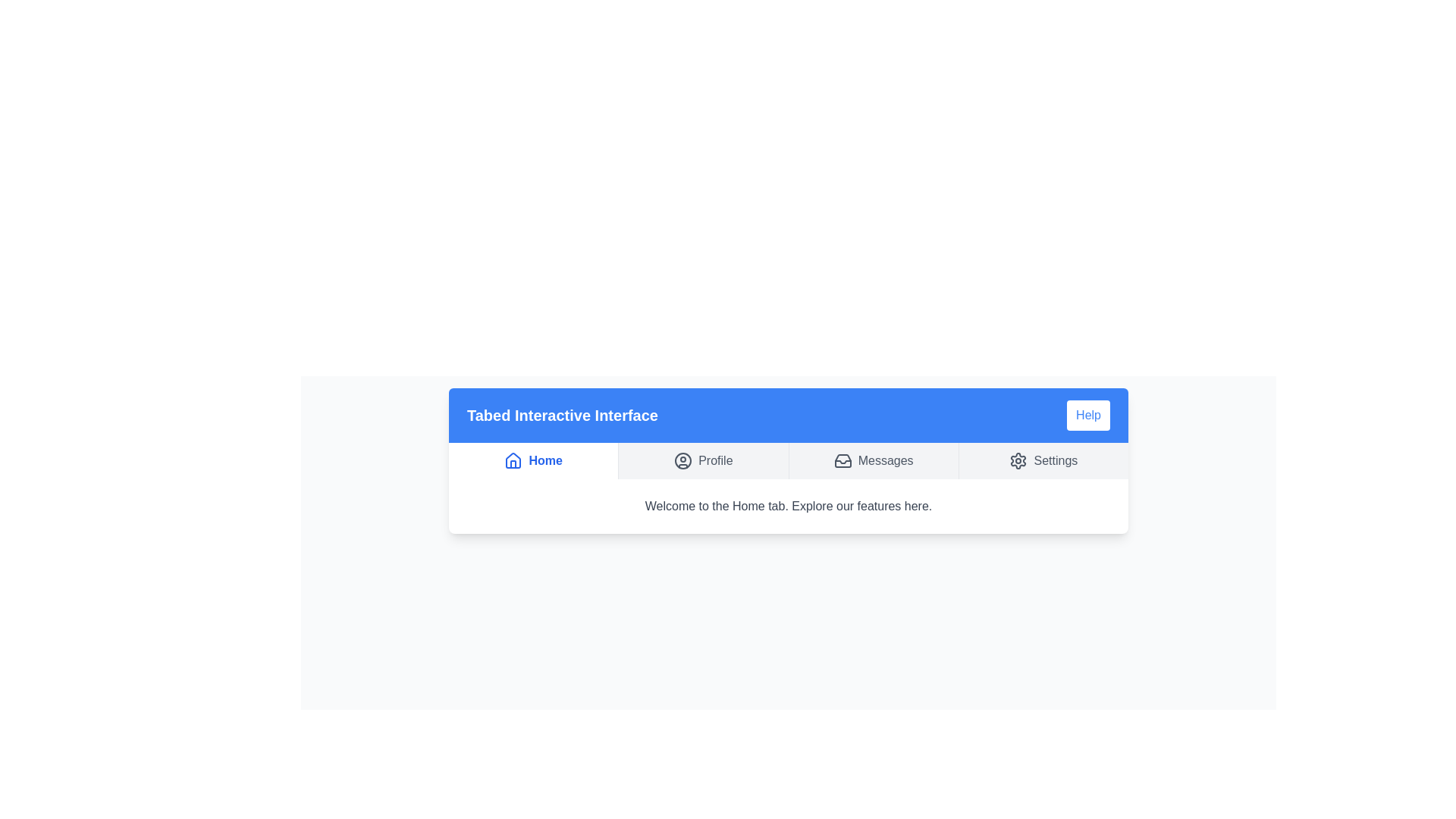  Describe the element at coordinates (1087, 415) in the screenshot. I see `the 'Help' button, which is a rectangular button with blue text on a white background, located at the far-right end of the blue bar at the top of the interface` at that location.